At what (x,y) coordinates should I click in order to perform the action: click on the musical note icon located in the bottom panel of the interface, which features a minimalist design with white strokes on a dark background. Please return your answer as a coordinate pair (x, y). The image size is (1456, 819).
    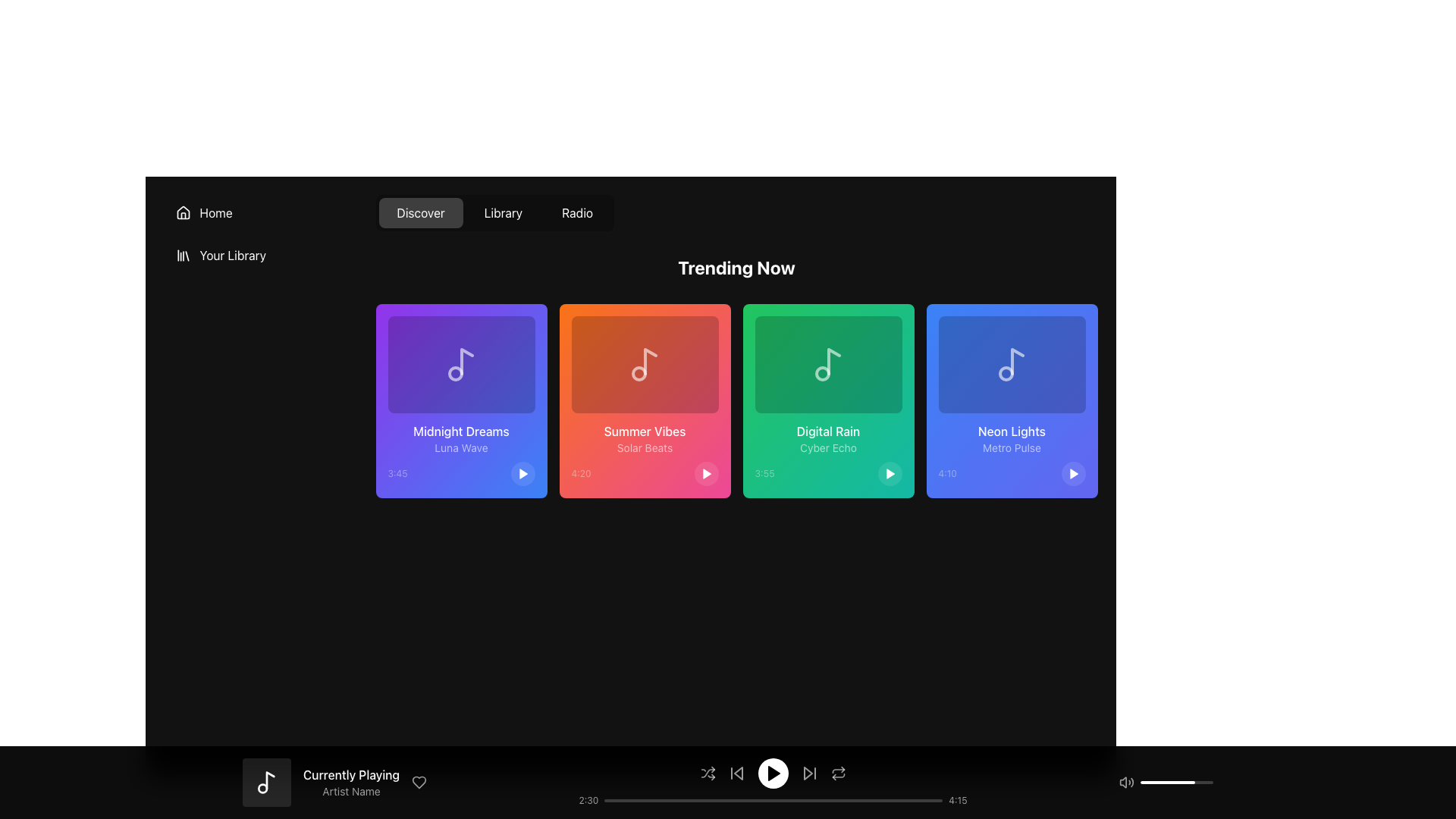
    Looking at the image, I should click on (266, 783).